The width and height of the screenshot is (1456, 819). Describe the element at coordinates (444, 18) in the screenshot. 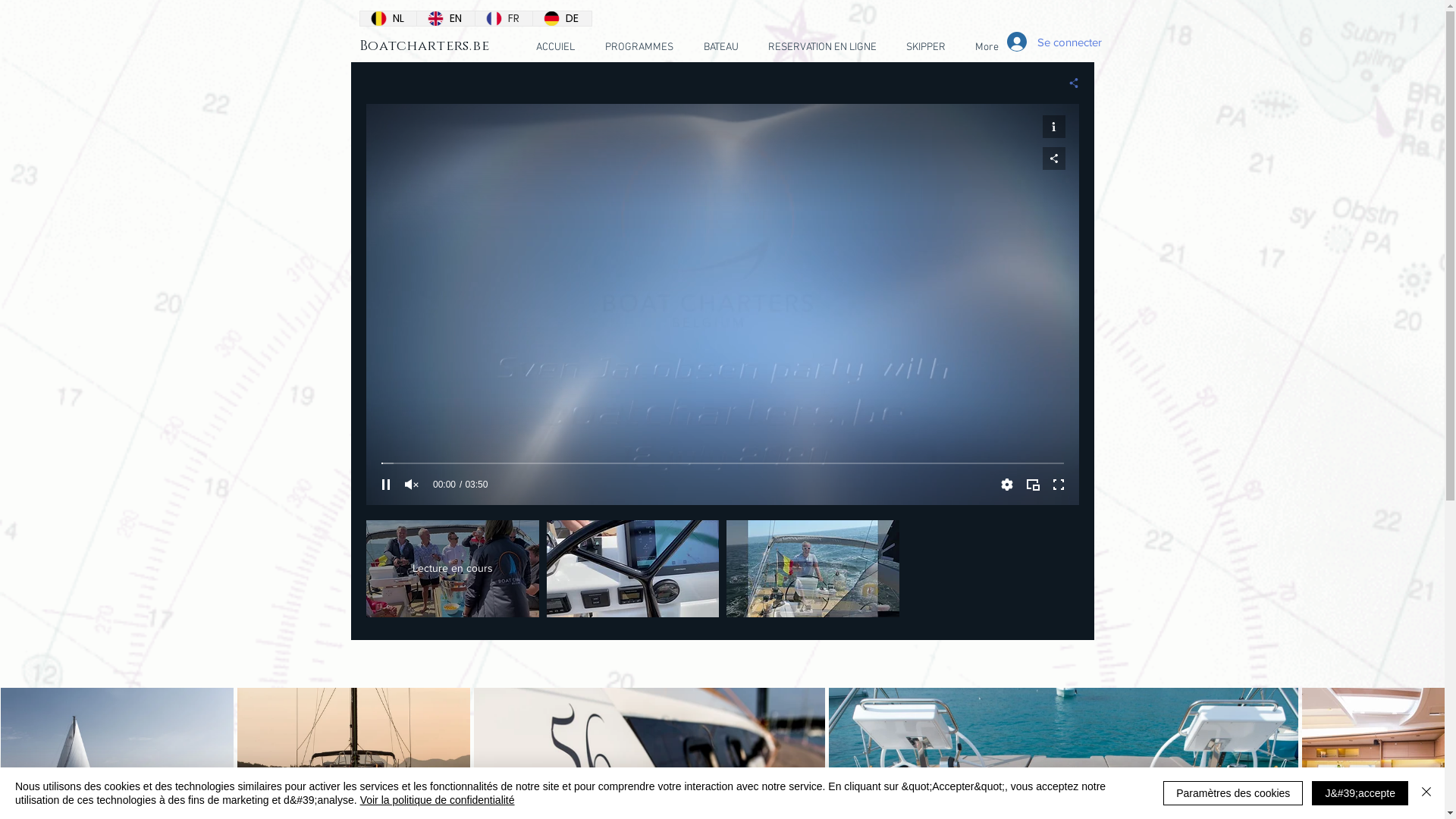

I see `'EN'` at that location.